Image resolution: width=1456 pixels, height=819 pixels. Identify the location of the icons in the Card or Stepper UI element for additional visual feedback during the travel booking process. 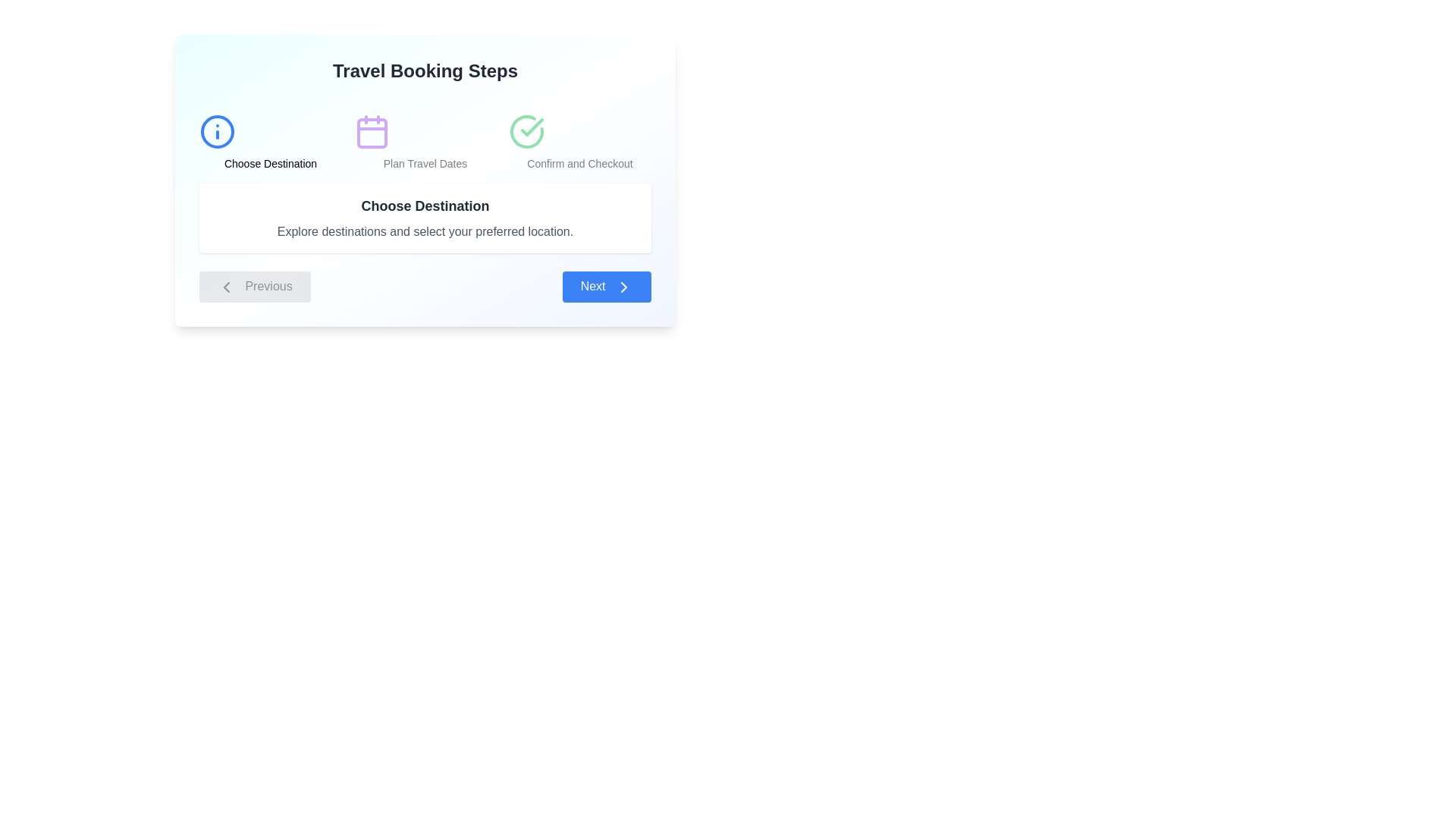
(425, 180).